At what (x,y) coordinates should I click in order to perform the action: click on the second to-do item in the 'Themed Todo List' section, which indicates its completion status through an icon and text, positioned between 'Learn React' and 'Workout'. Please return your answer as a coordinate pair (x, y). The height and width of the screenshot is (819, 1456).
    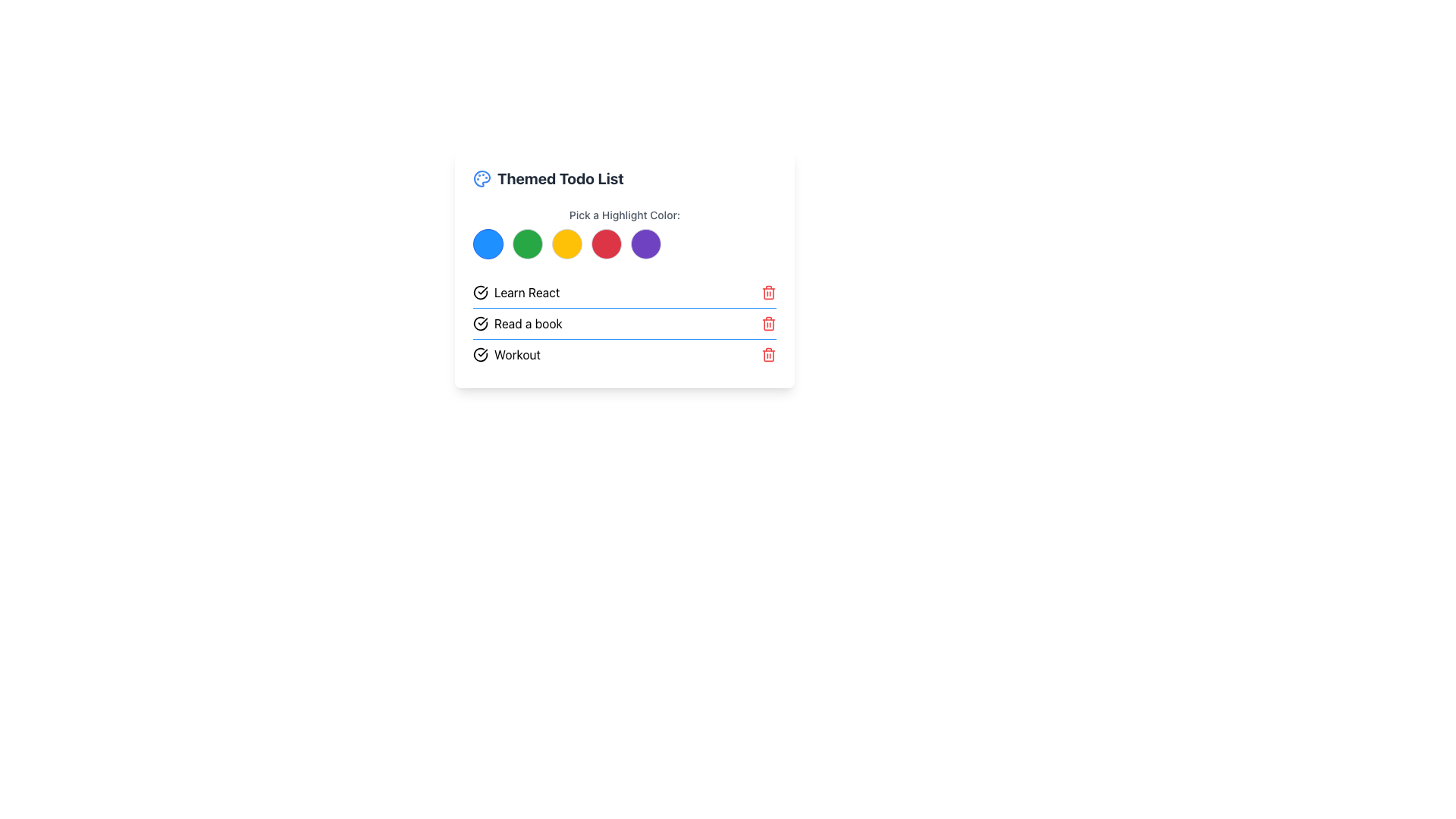
    Looking at the image, I should click on (517, 323).